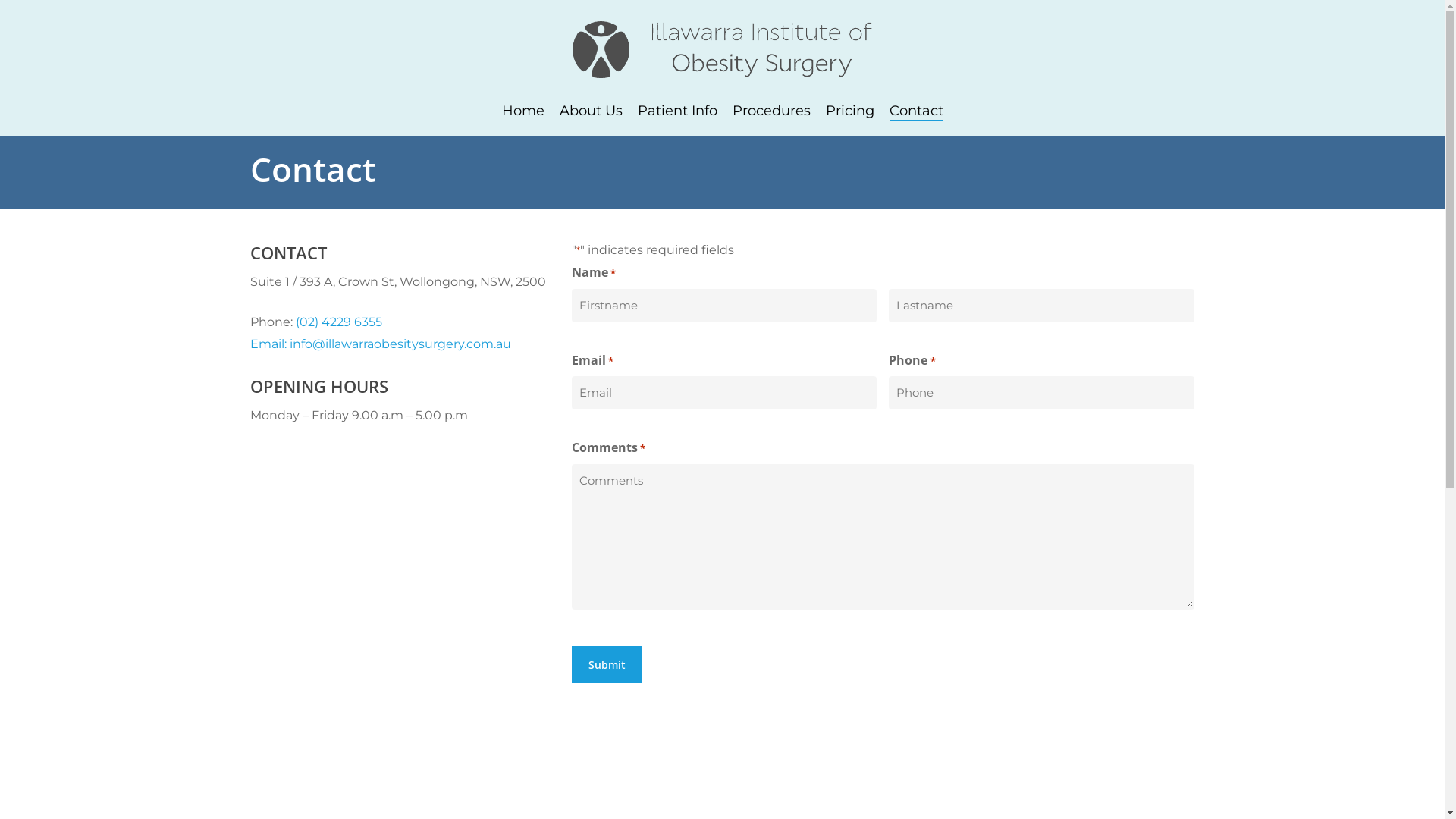 The height and width of the screenshot is (819, 1456). What do you see at coordinates (676, 110) in the screenshot?
I see `'Patient Info'` at bounding box center [676, 110].